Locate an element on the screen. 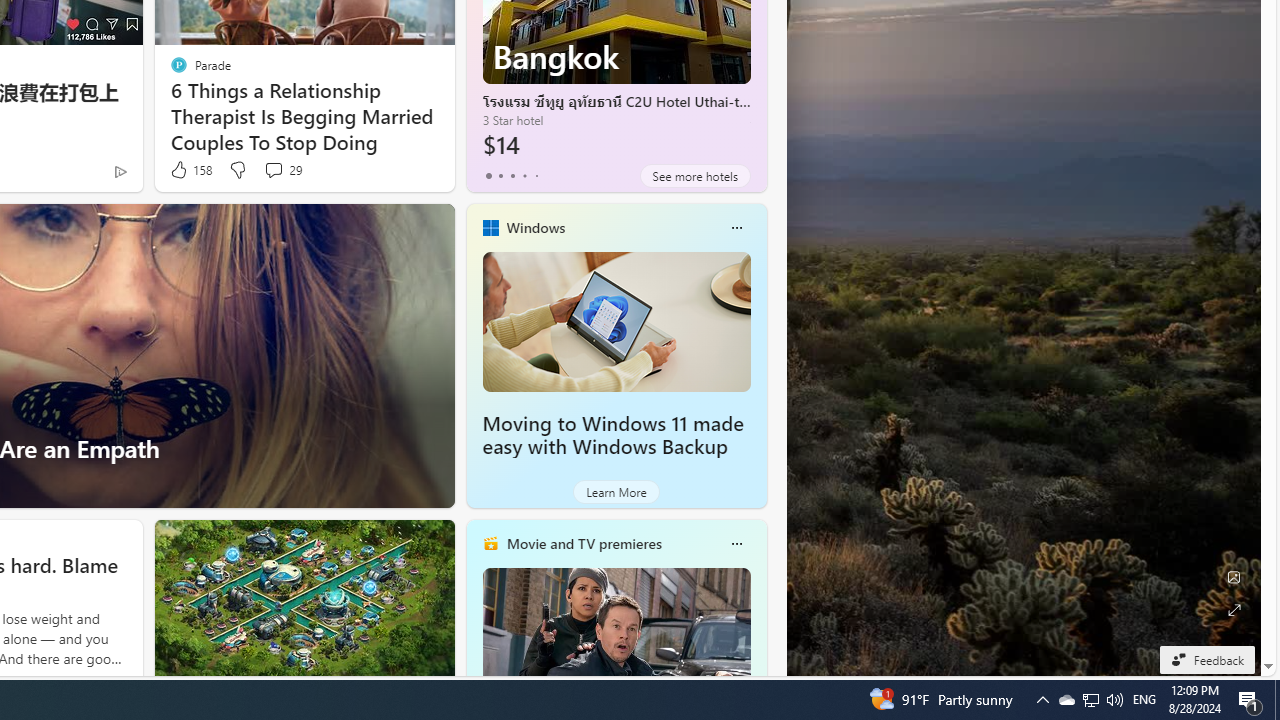 The width and height of the screenshot is (1280, 720). 'Windows' is located at coordinates (535, 226).